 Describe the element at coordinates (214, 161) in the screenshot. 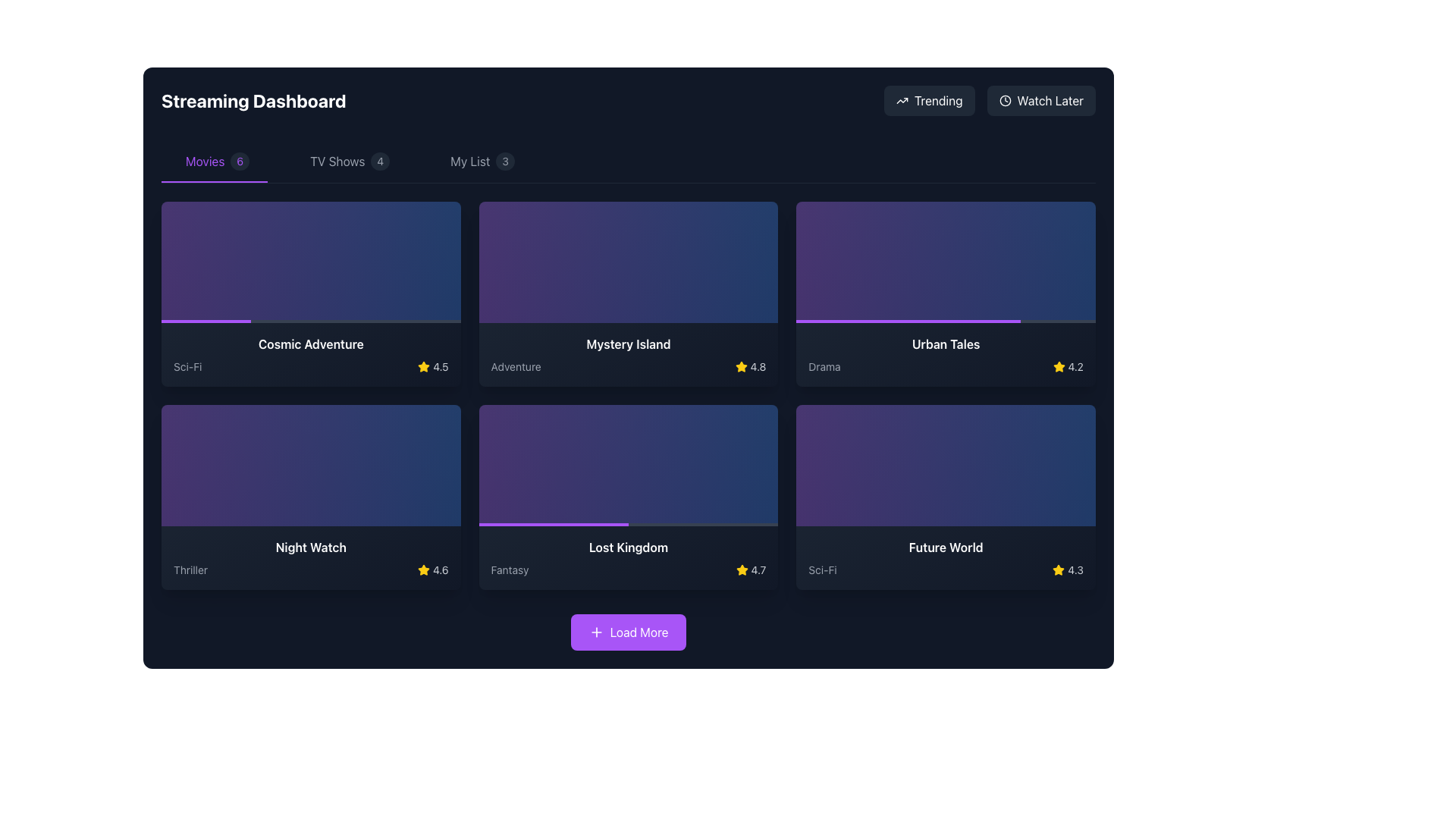

I see `the 'Movies' navigation link` at that location.